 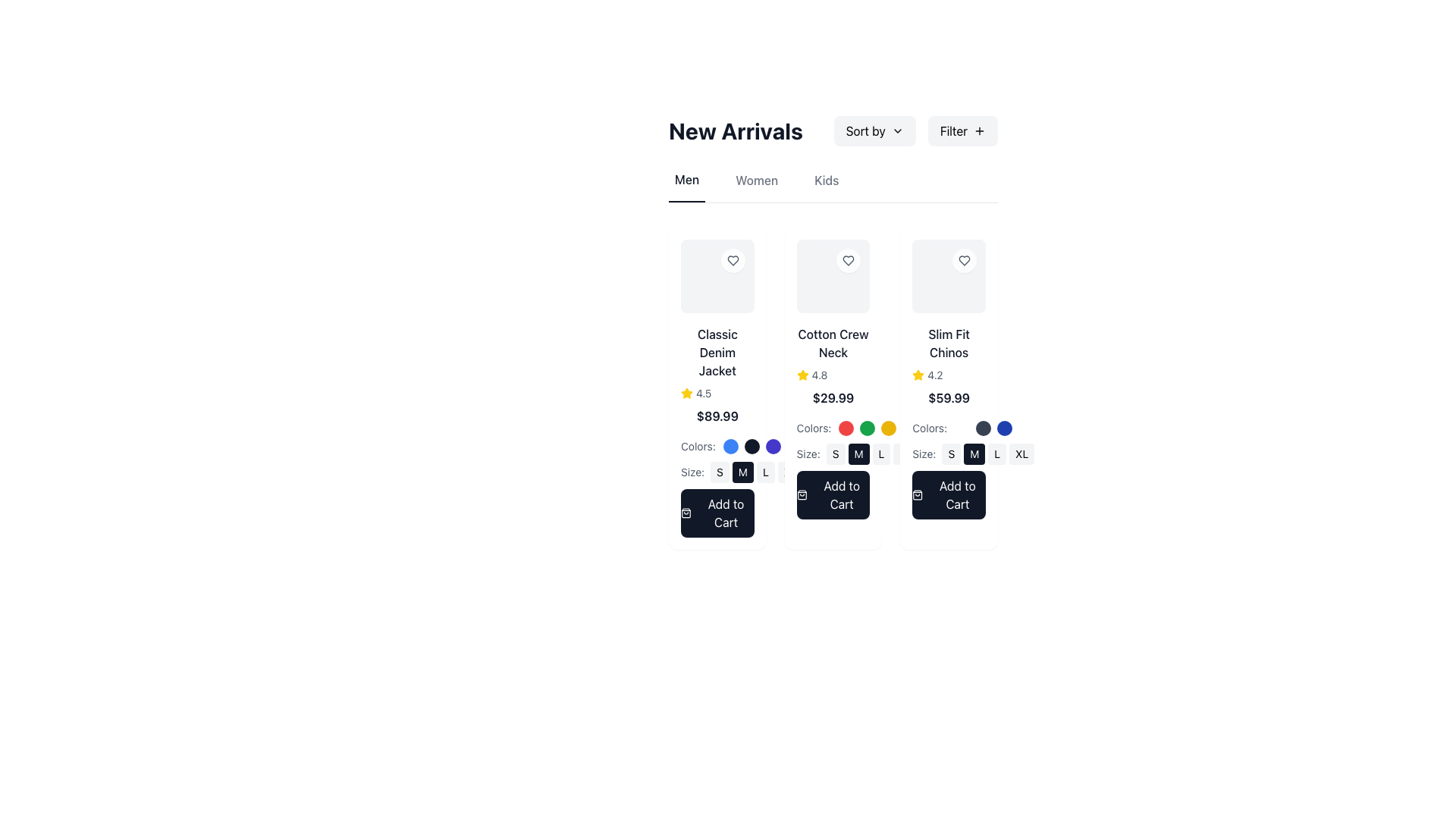 What do you see at coordinates (906, 453) in the screenshot?
I see `the 'XL' button, which is a rectangular button with rounded edges` at bounding box center [906, 453].